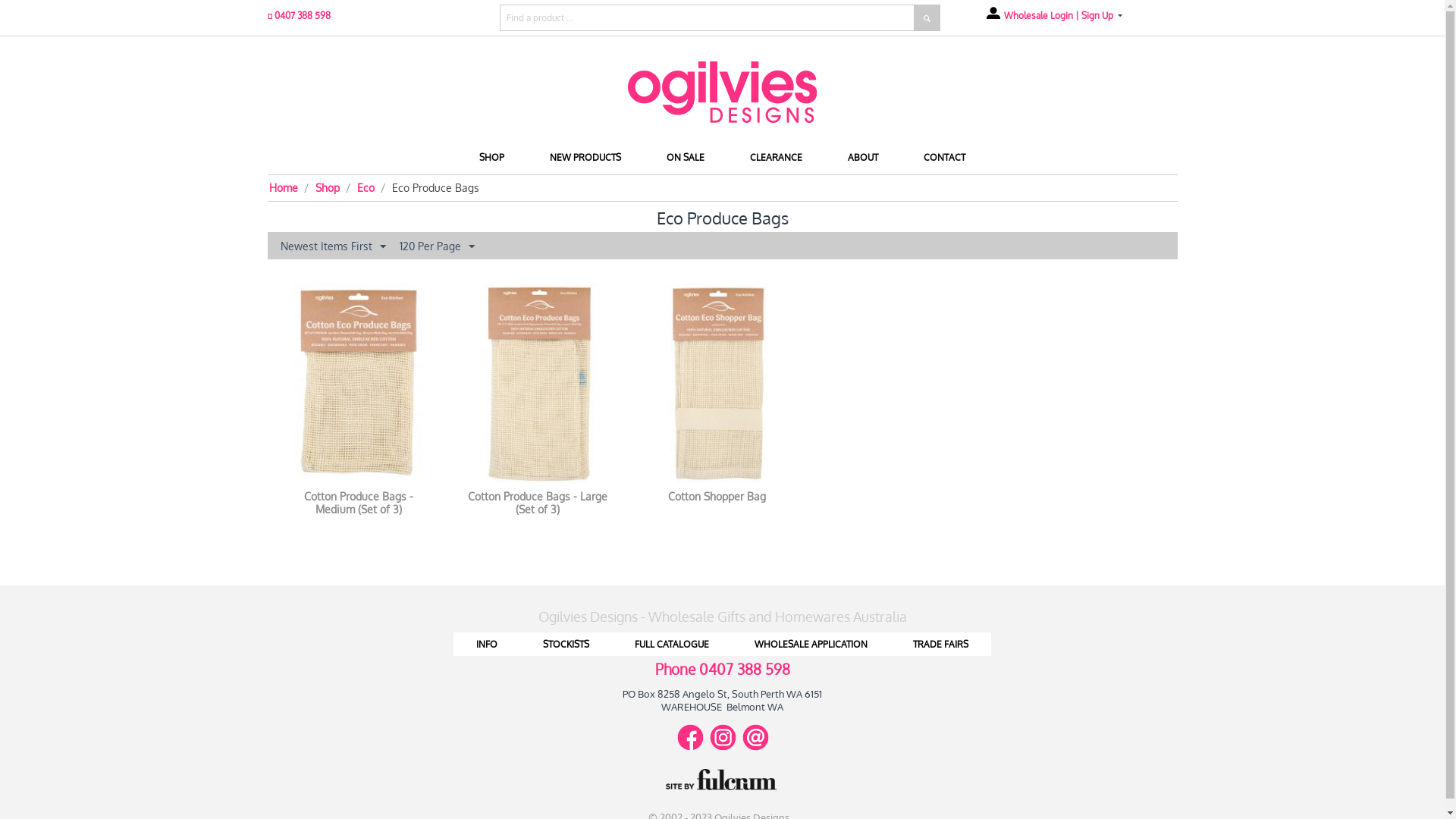 The image size is (1456, 819). What do you see at coordinates (527, 157) in the screenshot?
I see `'NEW PRODUCTS'` at bounding box center [527, 157].